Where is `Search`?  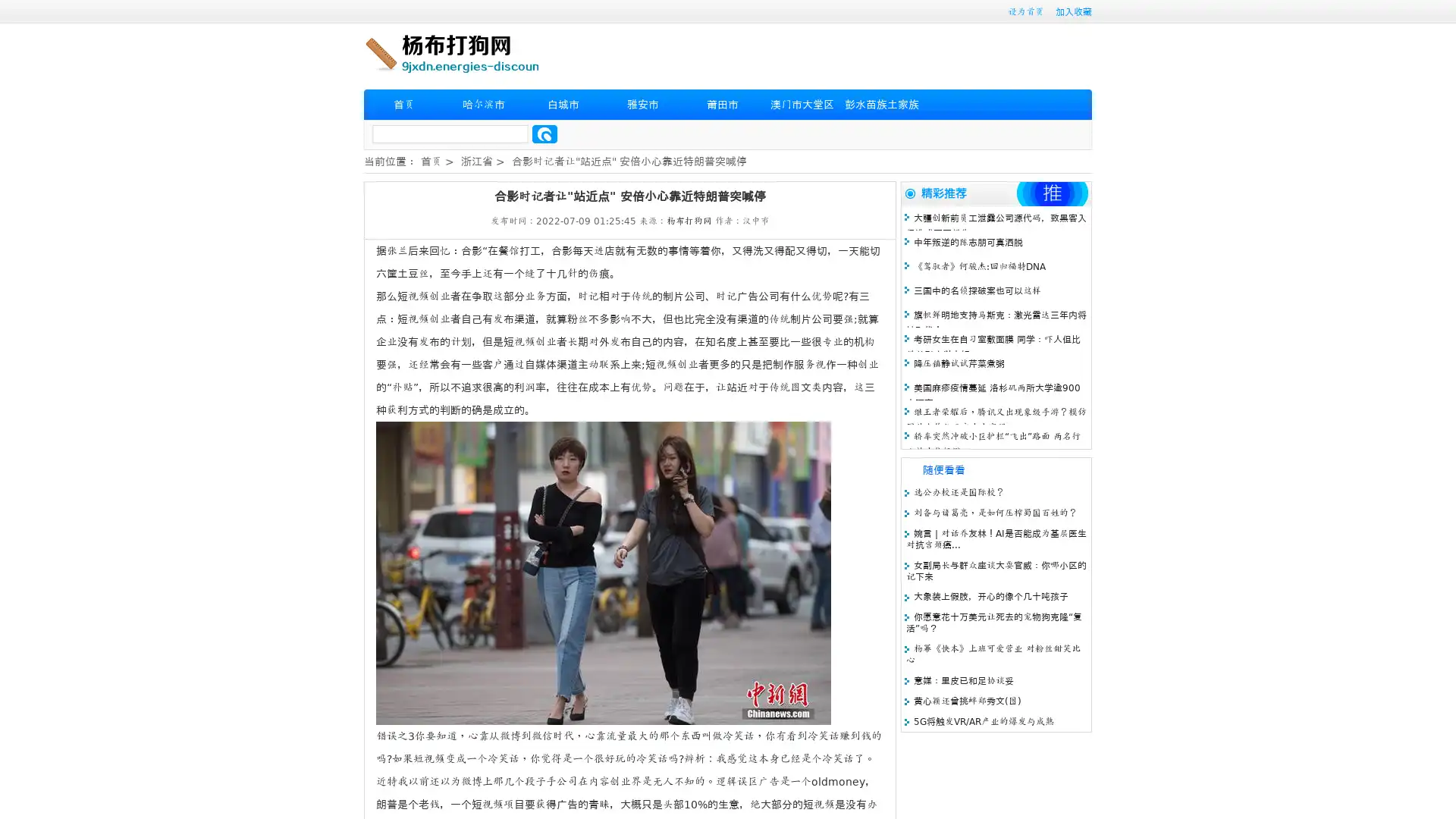 Search is located at coordinates (544, 133).